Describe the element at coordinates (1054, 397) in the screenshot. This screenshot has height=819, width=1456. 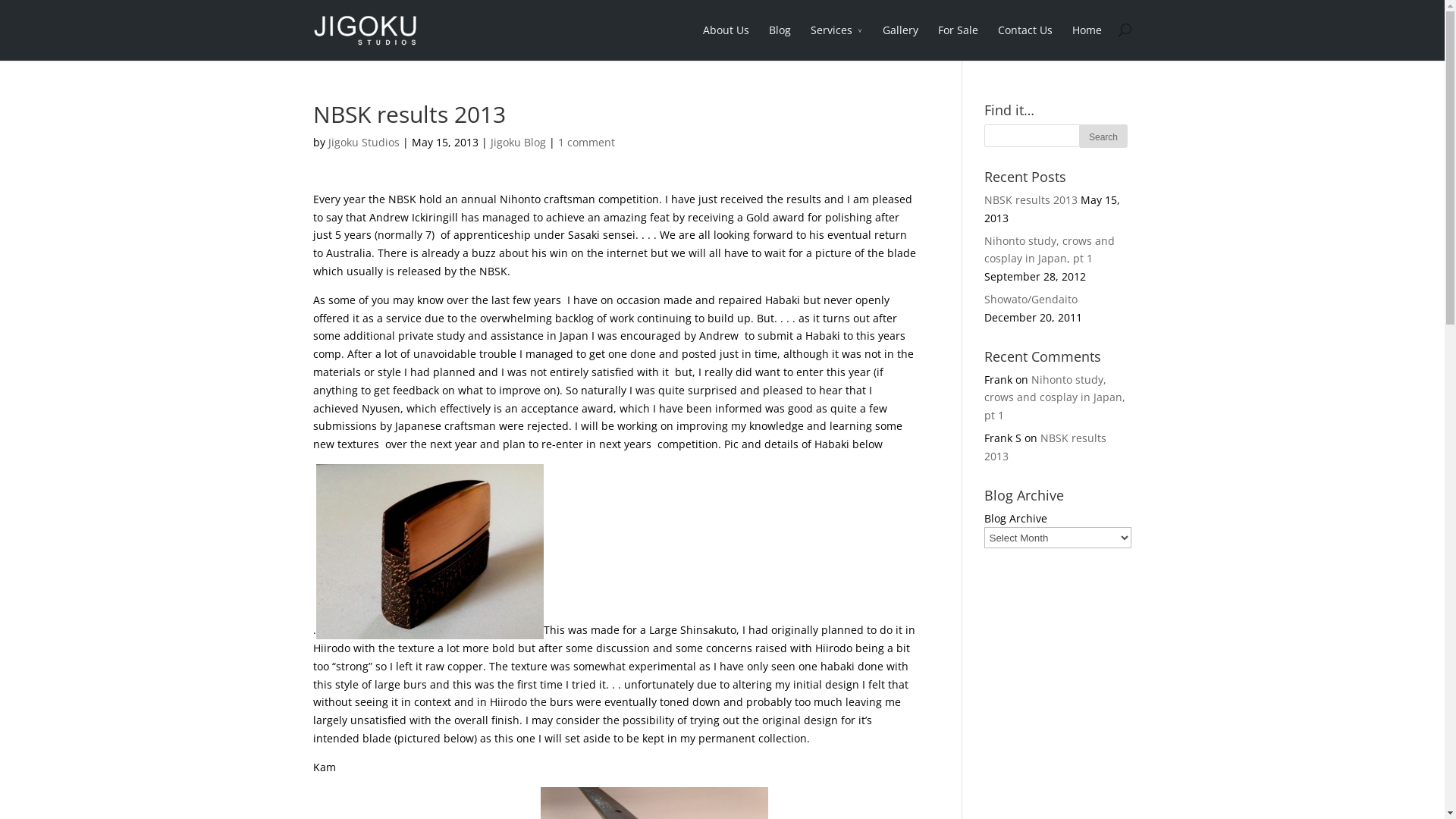
I see `'Nihonto study, crows and cosplay in Japan, pt 1'` at that location.